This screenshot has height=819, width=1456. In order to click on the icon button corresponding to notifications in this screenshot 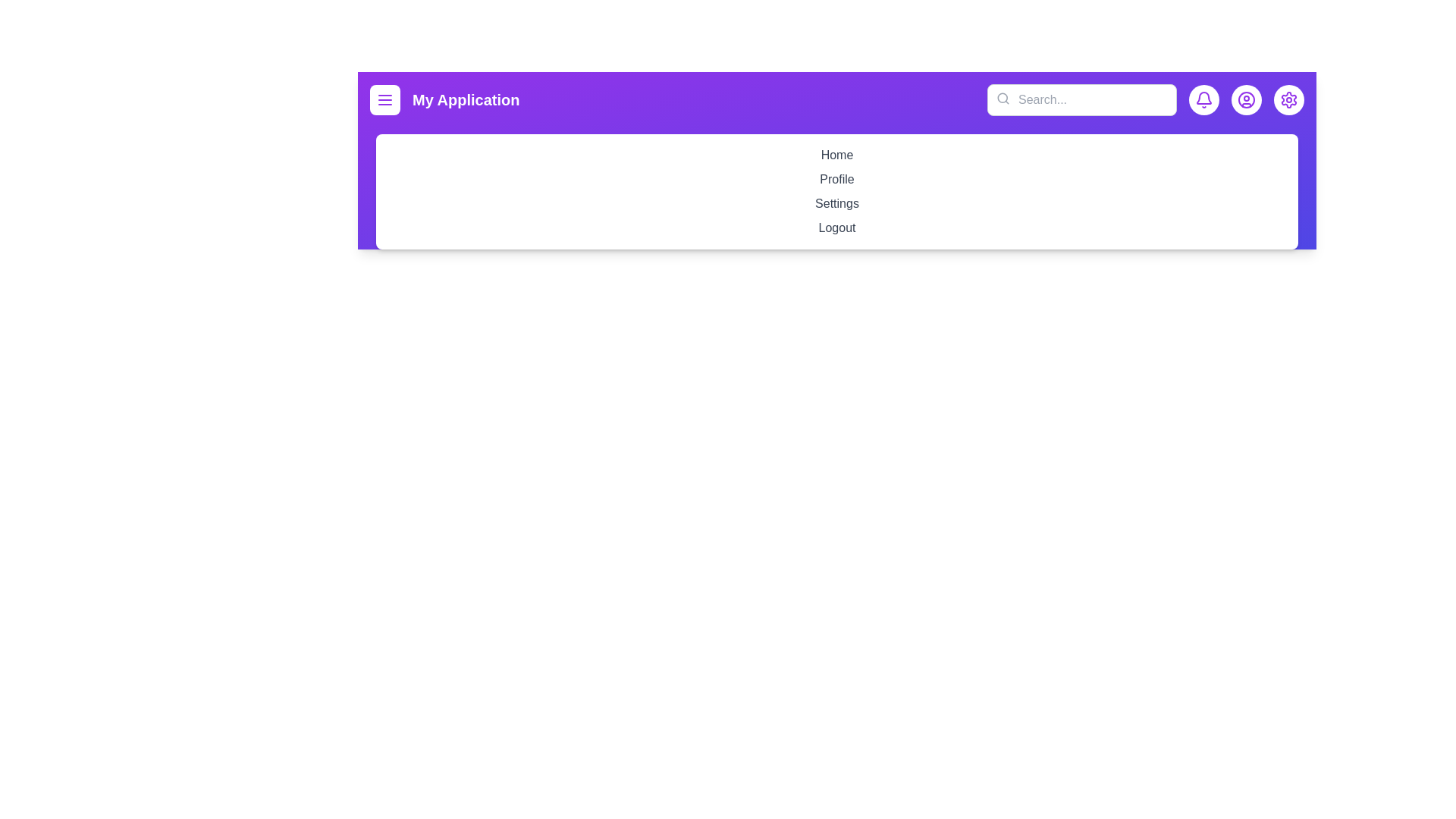, I will do `click(1203, 99)`.